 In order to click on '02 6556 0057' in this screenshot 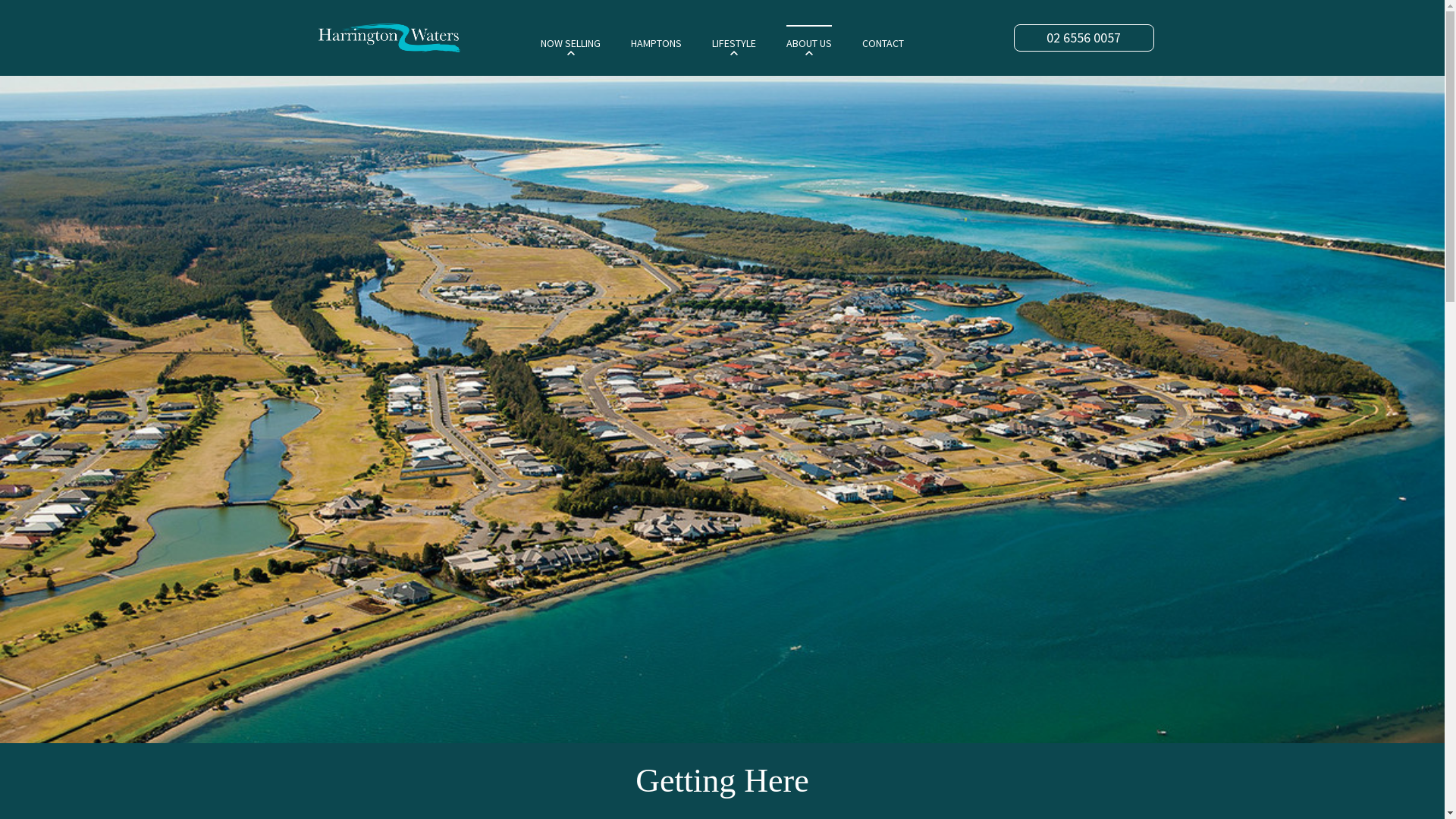, I will do `click(1012, 37)`.